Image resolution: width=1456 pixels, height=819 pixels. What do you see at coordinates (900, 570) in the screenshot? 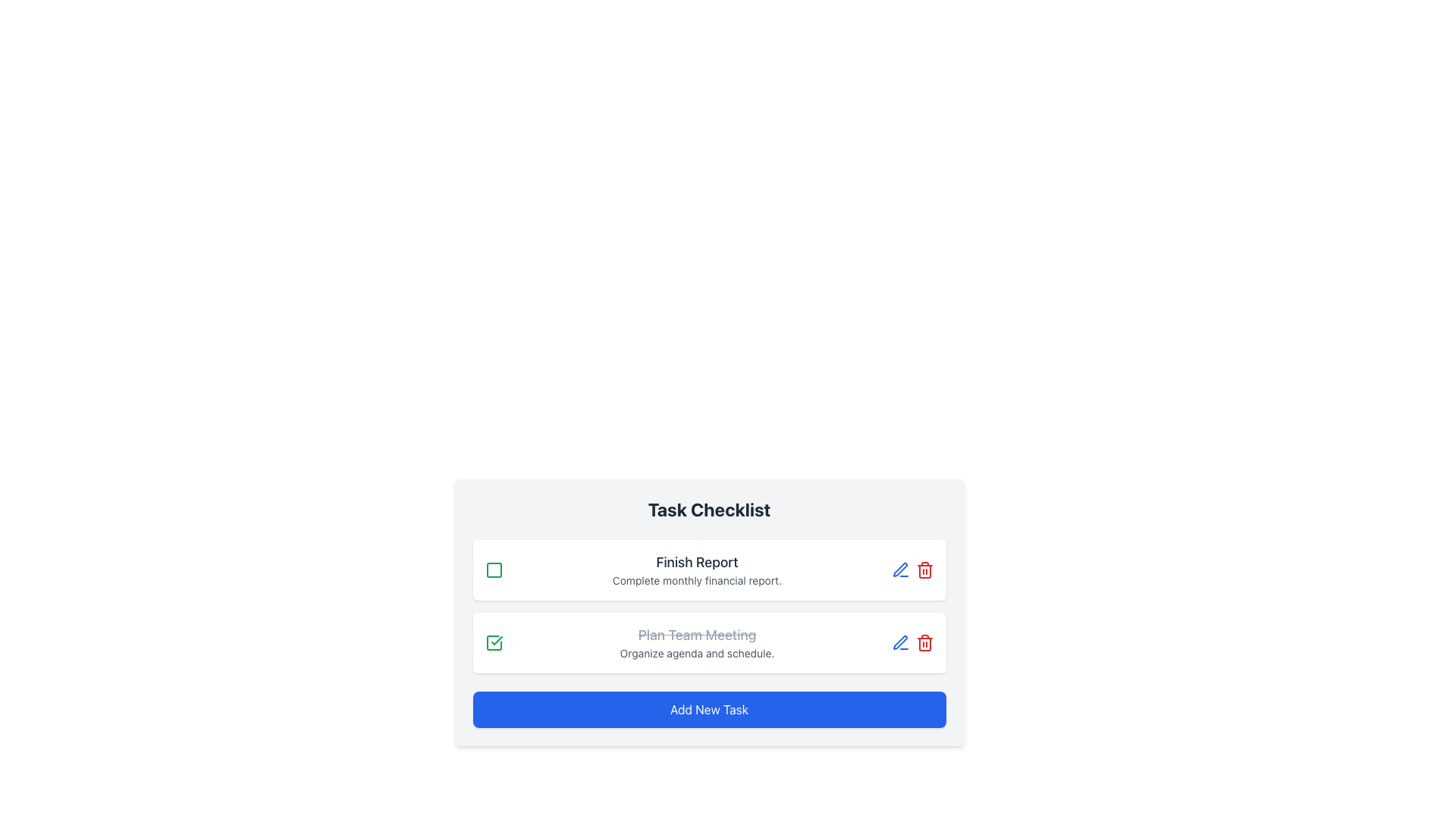
I see `the blue pen icon, which represents the edit button for the second task 'Plan Team Meeting', to initiate editing` at bounding box center [900, 570].